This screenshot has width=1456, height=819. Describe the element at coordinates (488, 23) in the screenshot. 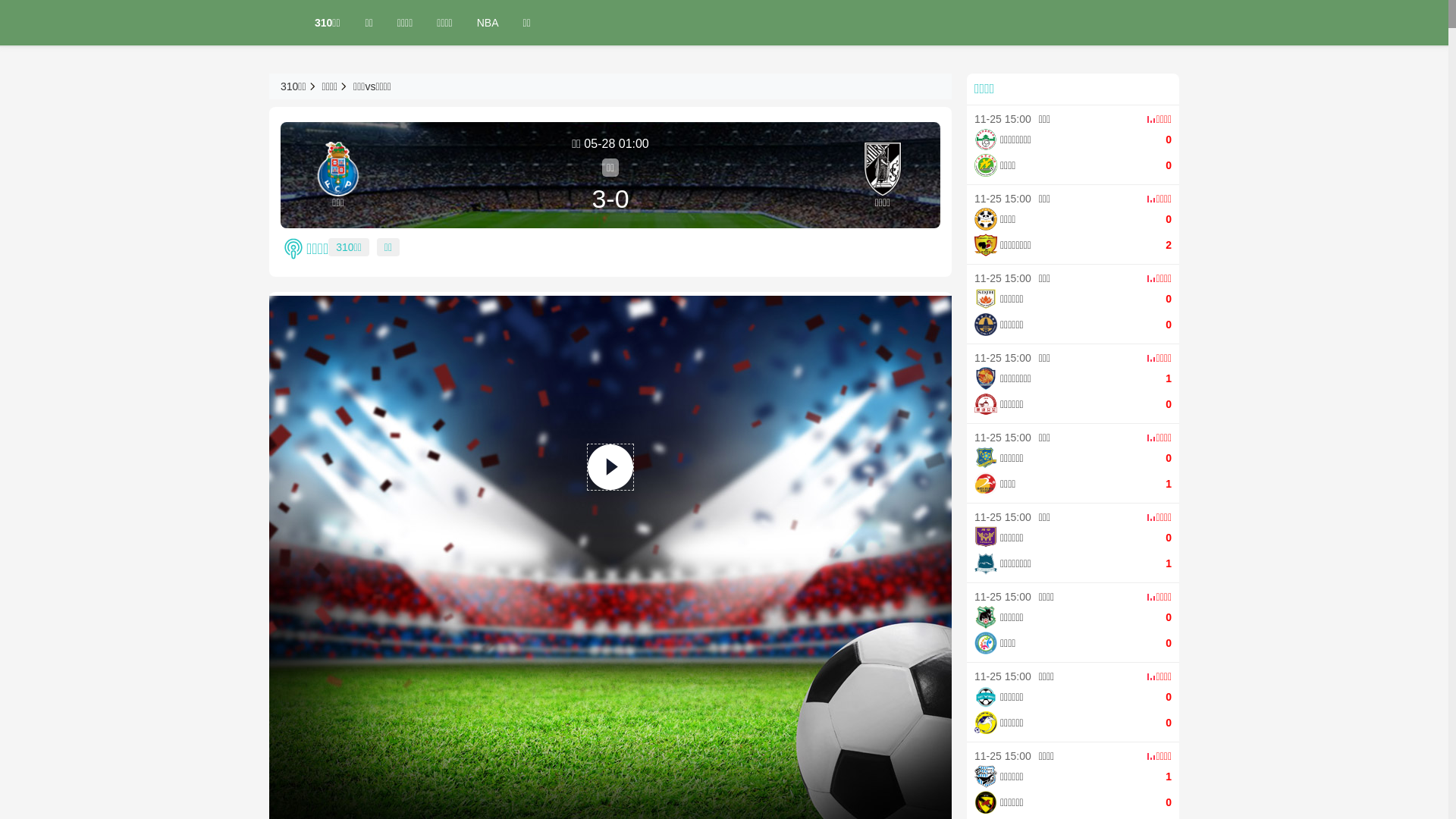

I see `'NBA'` at that location.